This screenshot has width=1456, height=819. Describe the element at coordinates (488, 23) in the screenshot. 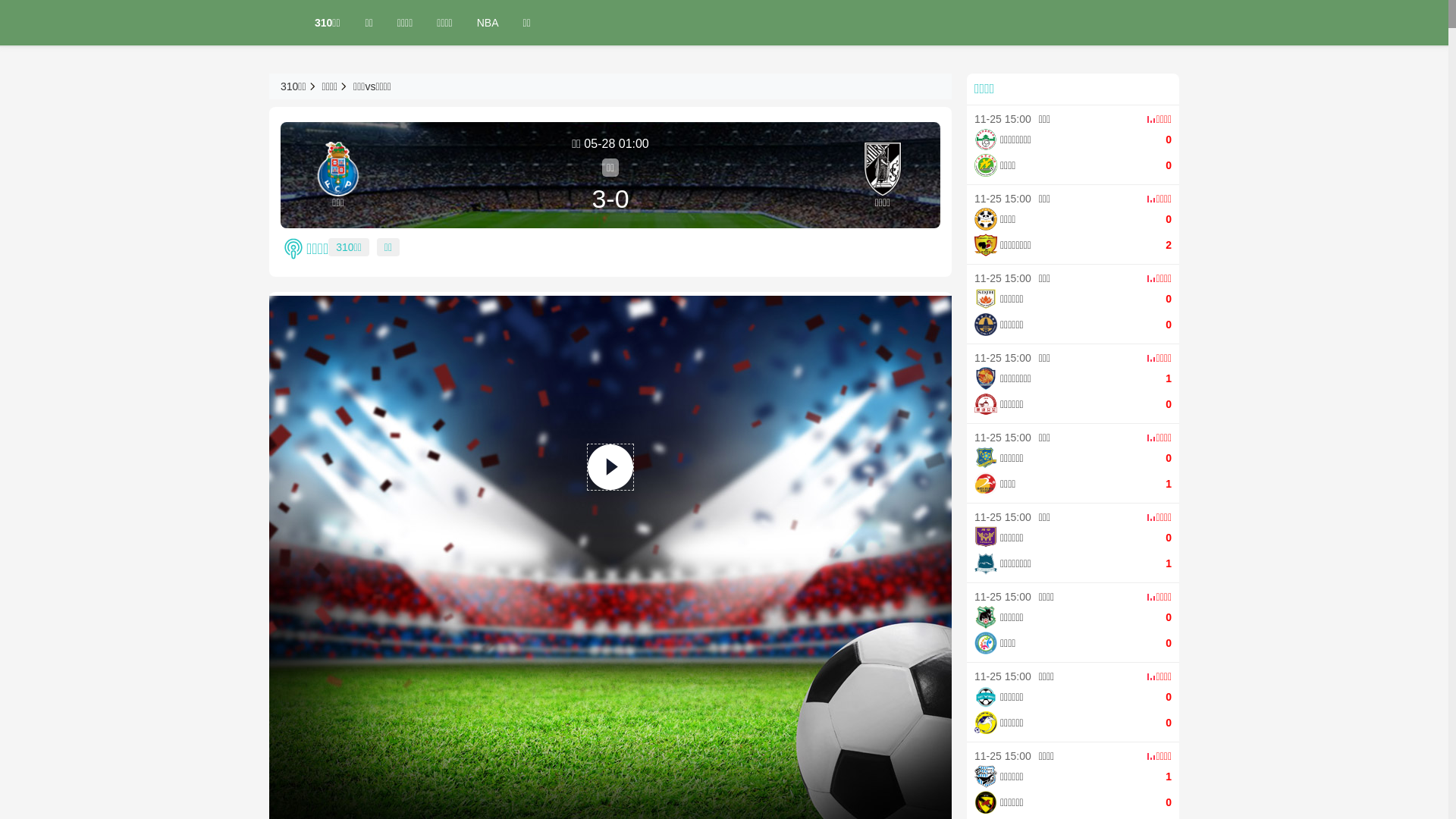

I see `'NBA'` at that location.